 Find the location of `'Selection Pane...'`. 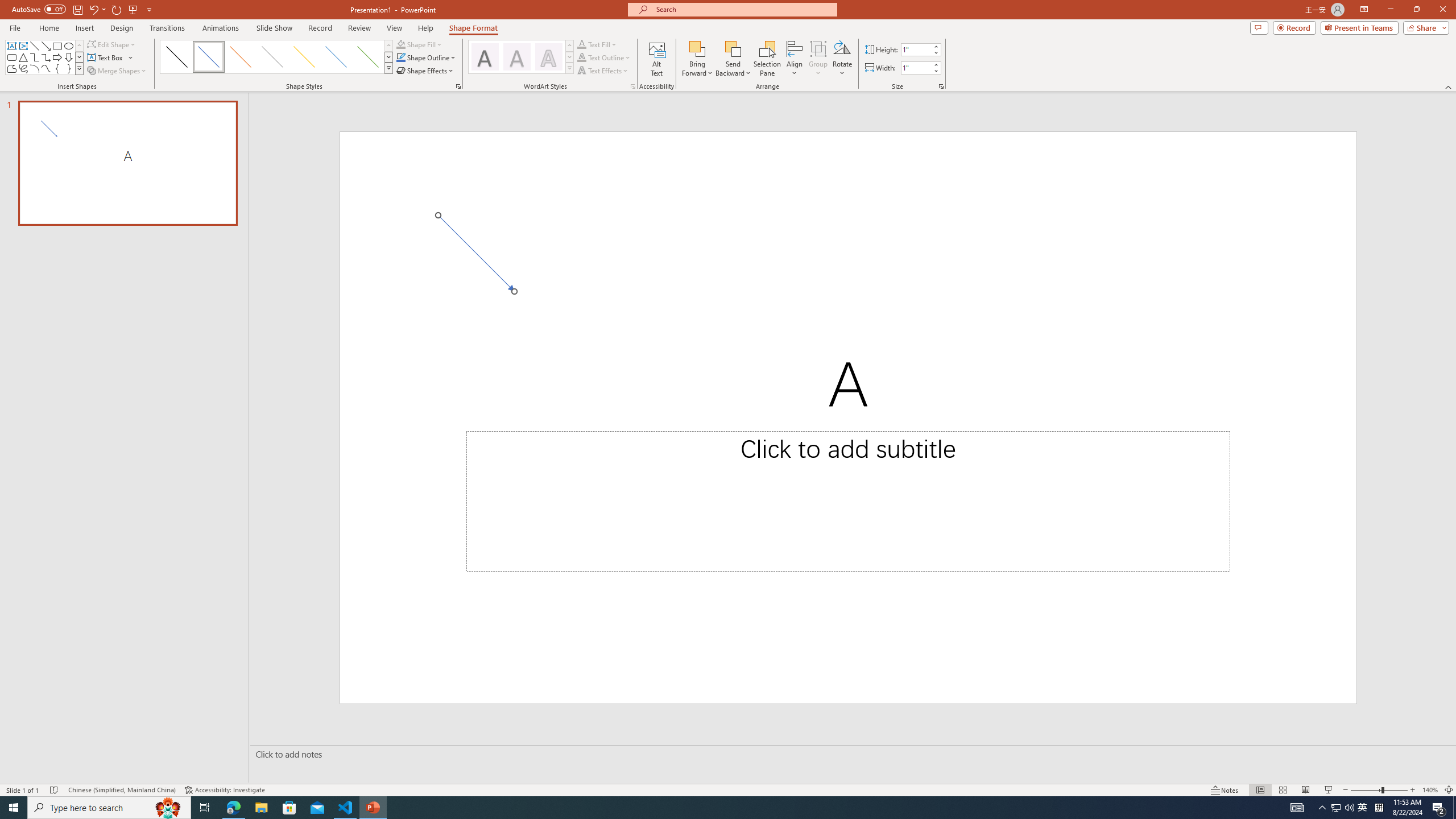

'Selection Pane...' is located at coordinates (767, 59).